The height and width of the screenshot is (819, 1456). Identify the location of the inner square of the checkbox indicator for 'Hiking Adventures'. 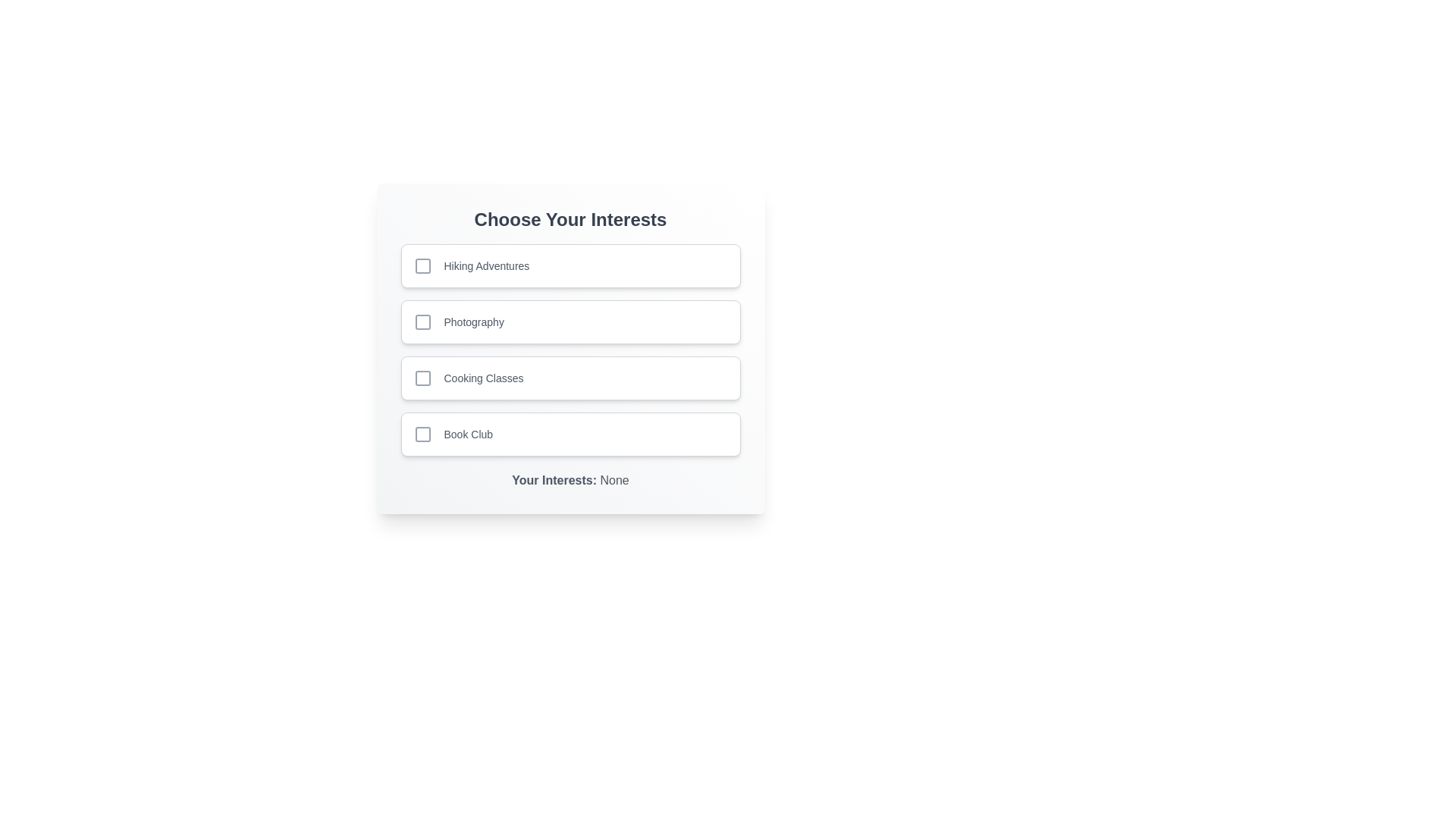
(422, 265).